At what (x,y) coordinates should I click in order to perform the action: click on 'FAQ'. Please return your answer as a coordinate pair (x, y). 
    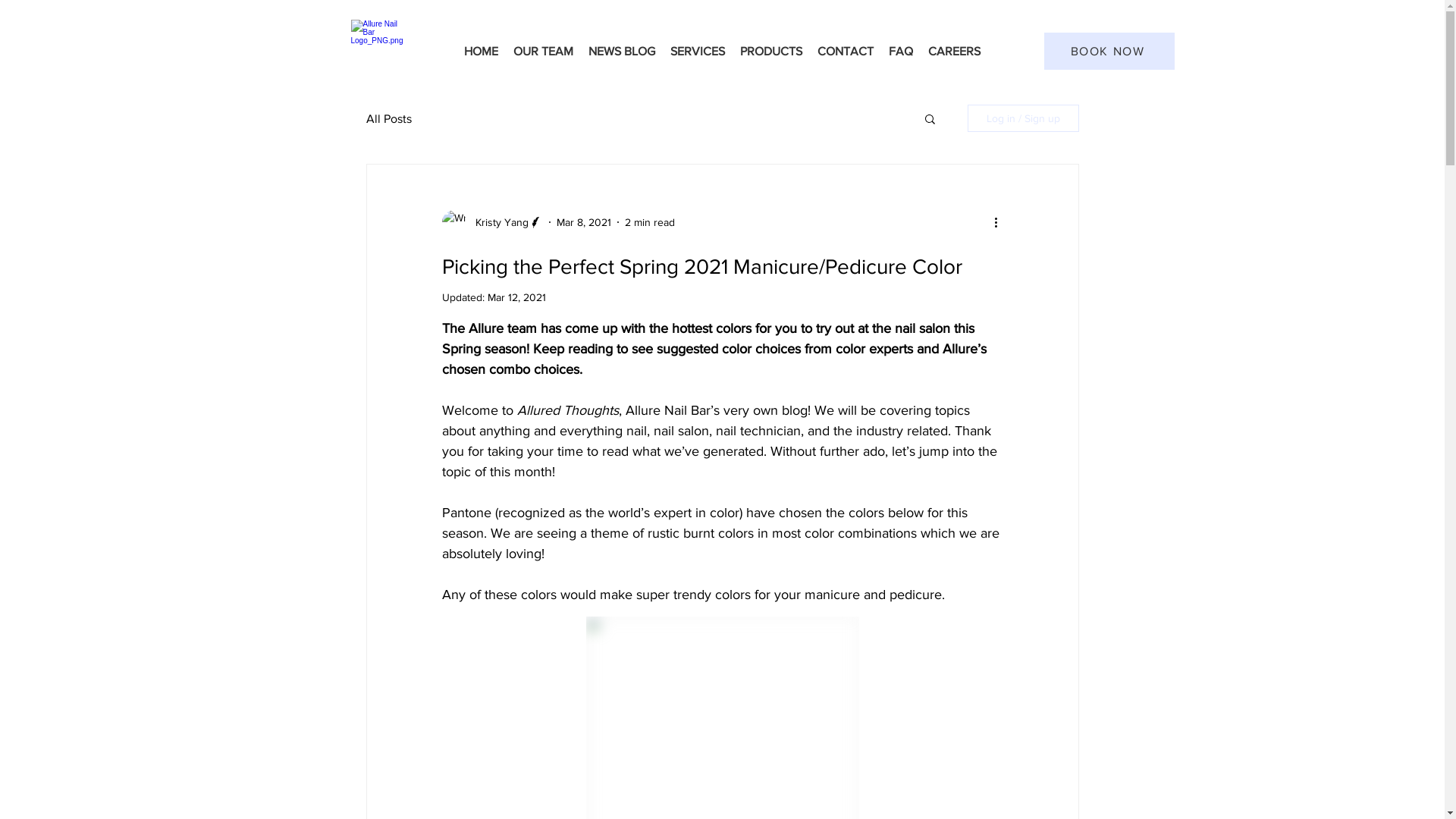
    Looking at the image, I should click on (901, 50).